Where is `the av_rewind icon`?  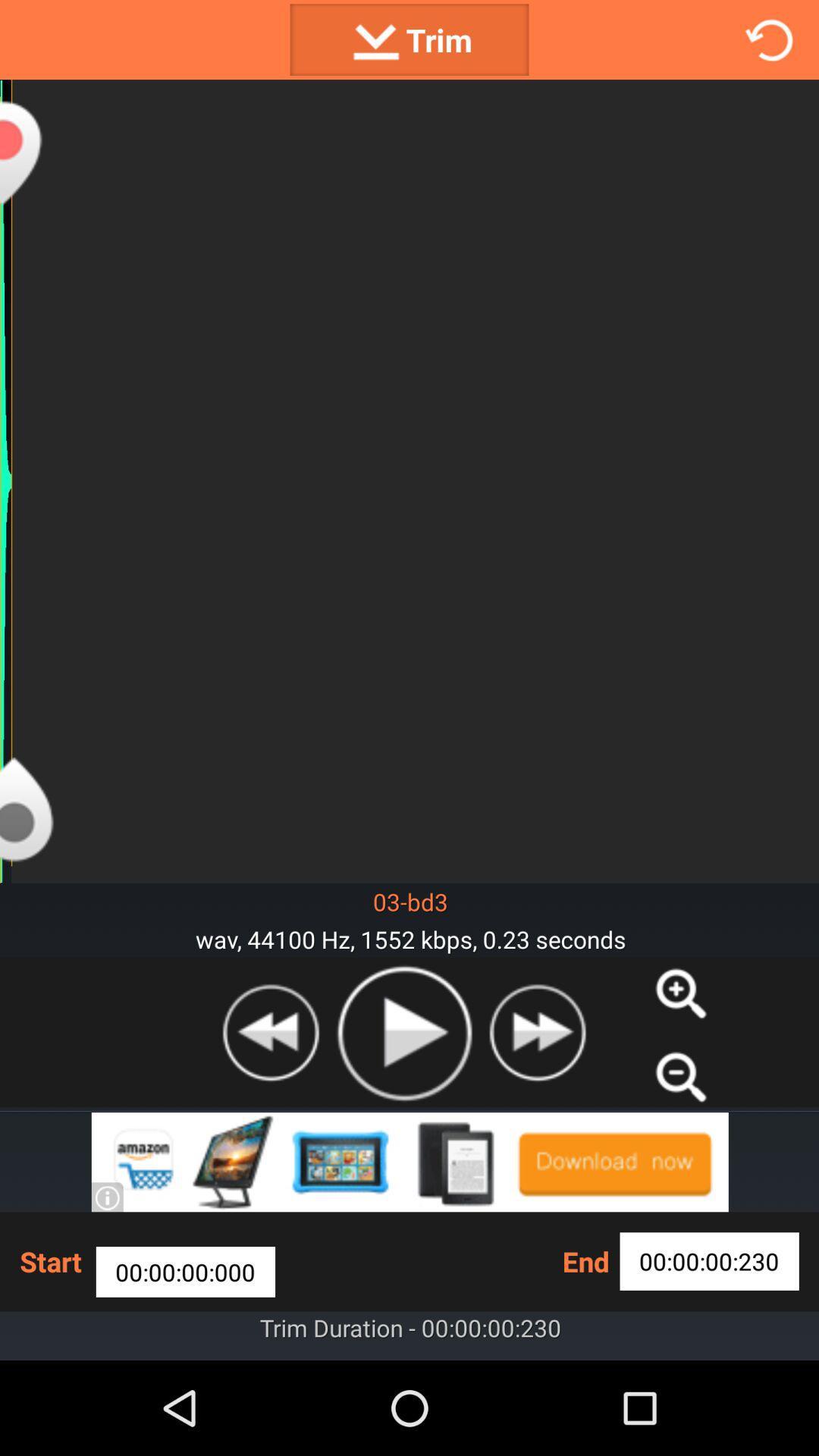 the av_rewind icon is located at coordinates (270, 1104).